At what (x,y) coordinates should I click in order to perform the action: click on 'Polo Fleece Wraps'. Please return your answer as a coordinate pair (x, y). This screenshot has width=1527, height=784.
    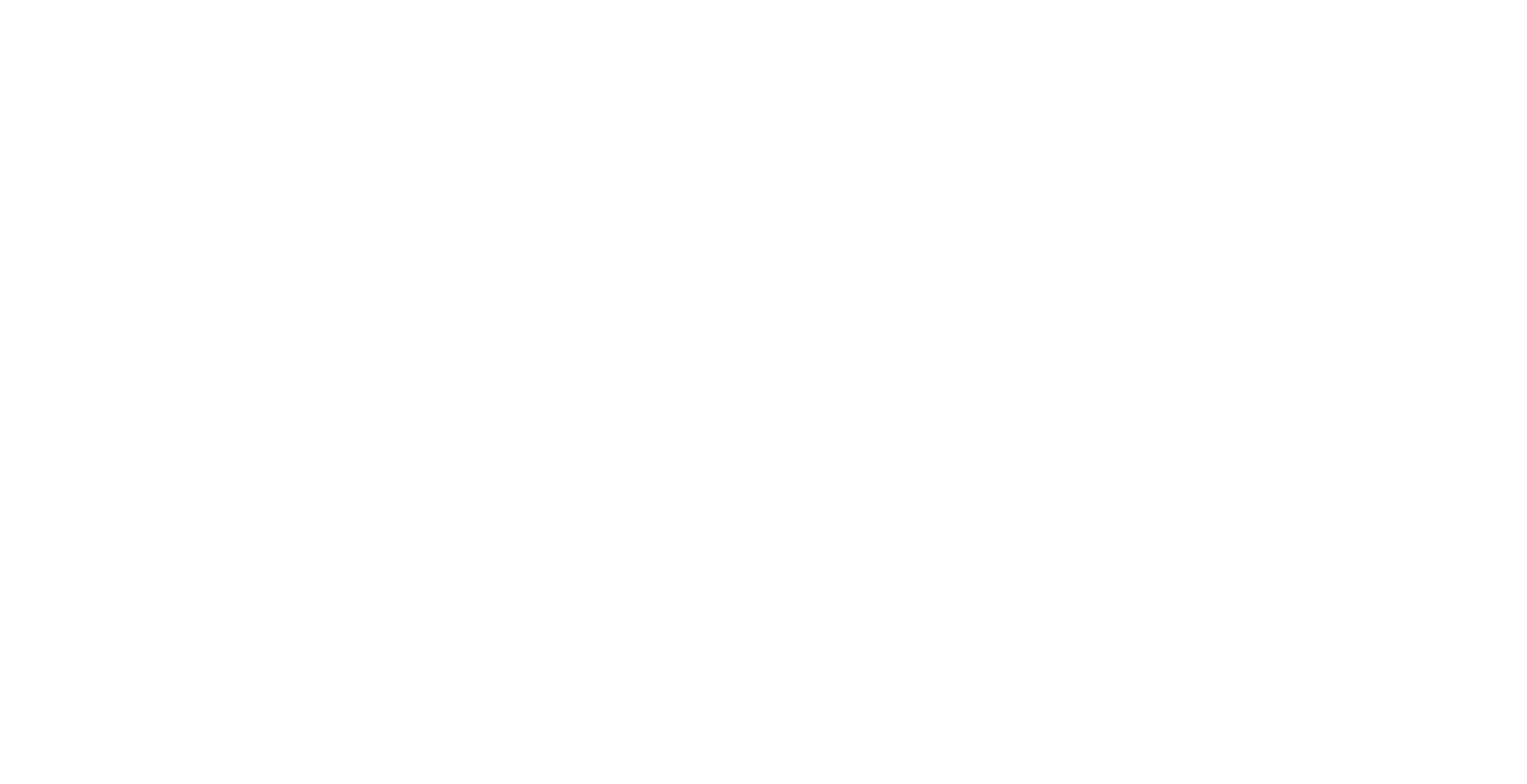
    Looking at the image, I should click on (252, 307).